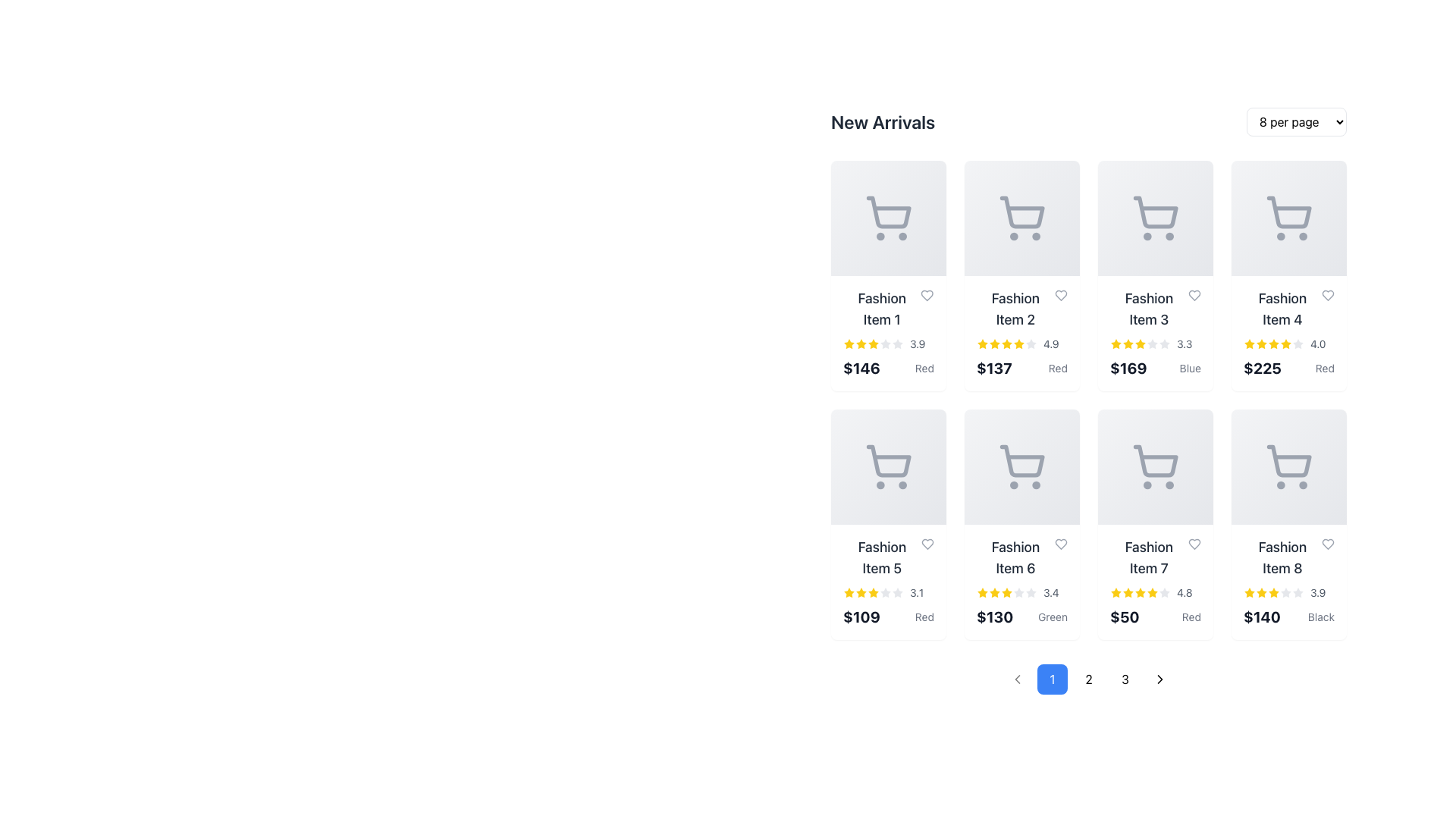 This screenshot has width=1456, height=819. I want to click on text content of the small text label displaying 'Red' in gray font, located below the price '$146' in the first product card of the grid layout, so click(924, 369).